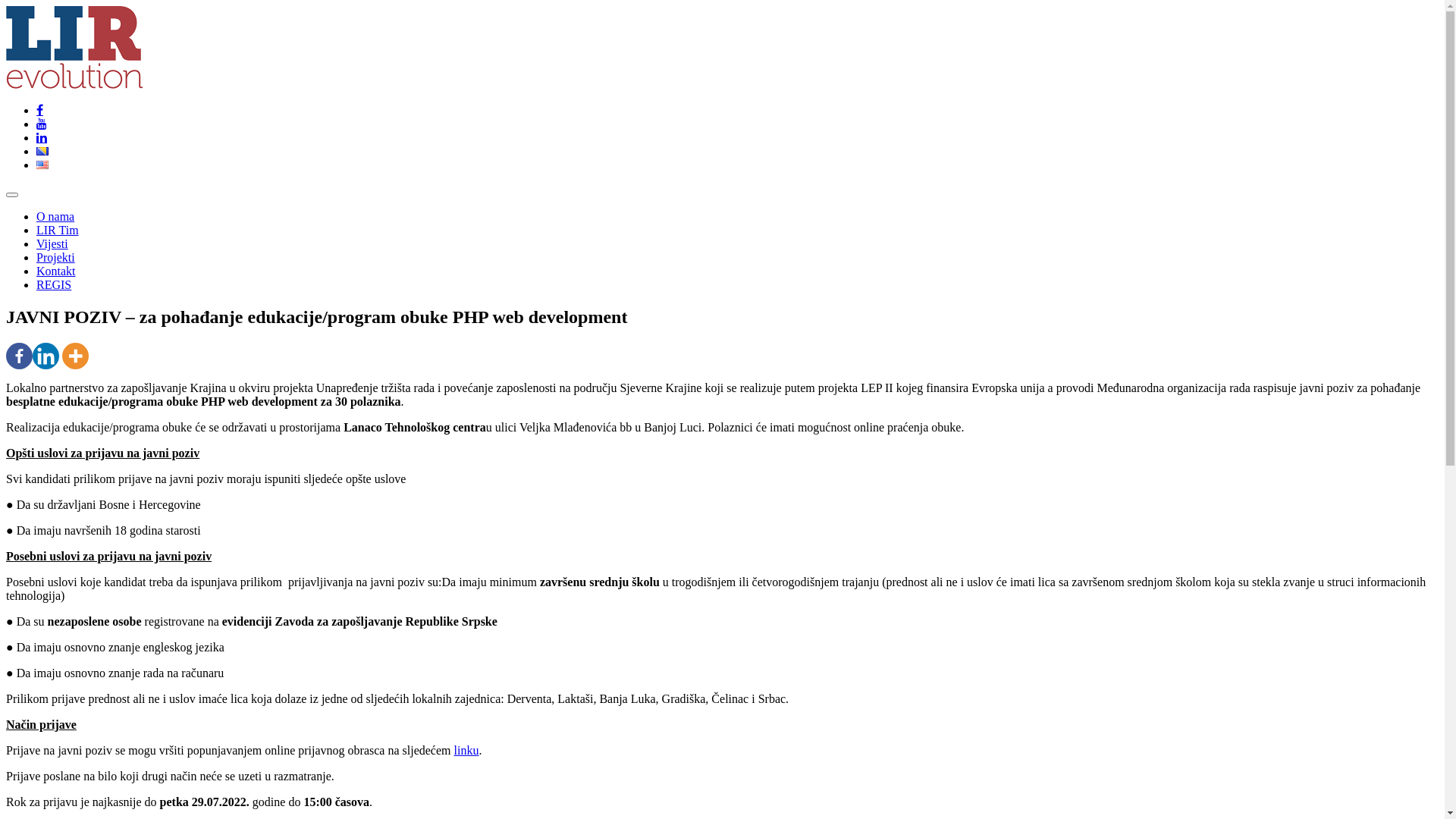  Describe the element at coordinates (19, 356) in the screenshot. I see `'Facebook'` at that location.